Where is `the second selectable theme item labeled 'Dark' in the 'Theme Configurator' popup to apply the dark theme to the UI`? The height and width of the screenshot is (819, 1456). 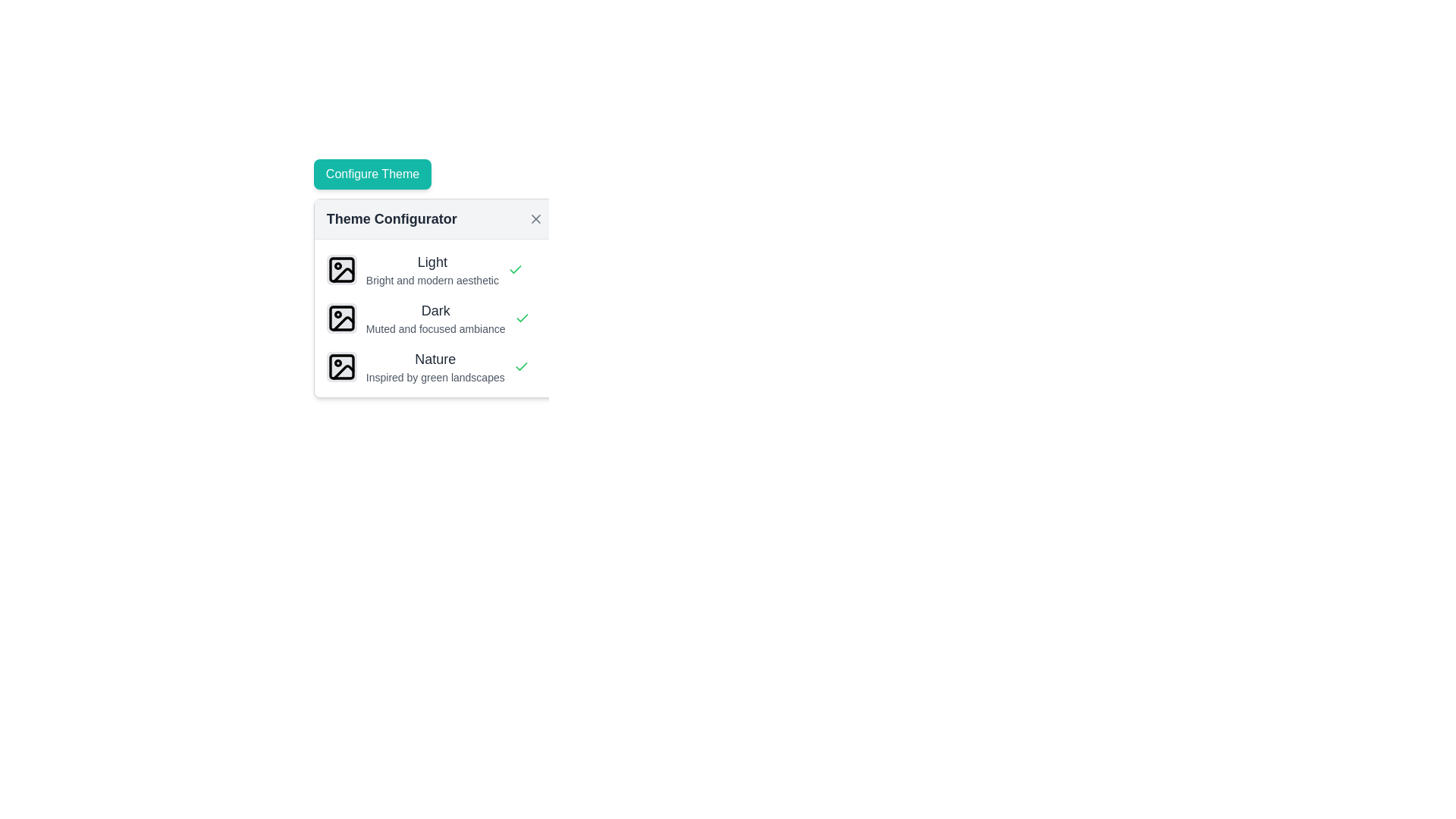 the second selectable theme item labeled 'Dark' in the 'Theme Configurator' popup to apply the dark theme to the UI is located at coordinates (434, 318).